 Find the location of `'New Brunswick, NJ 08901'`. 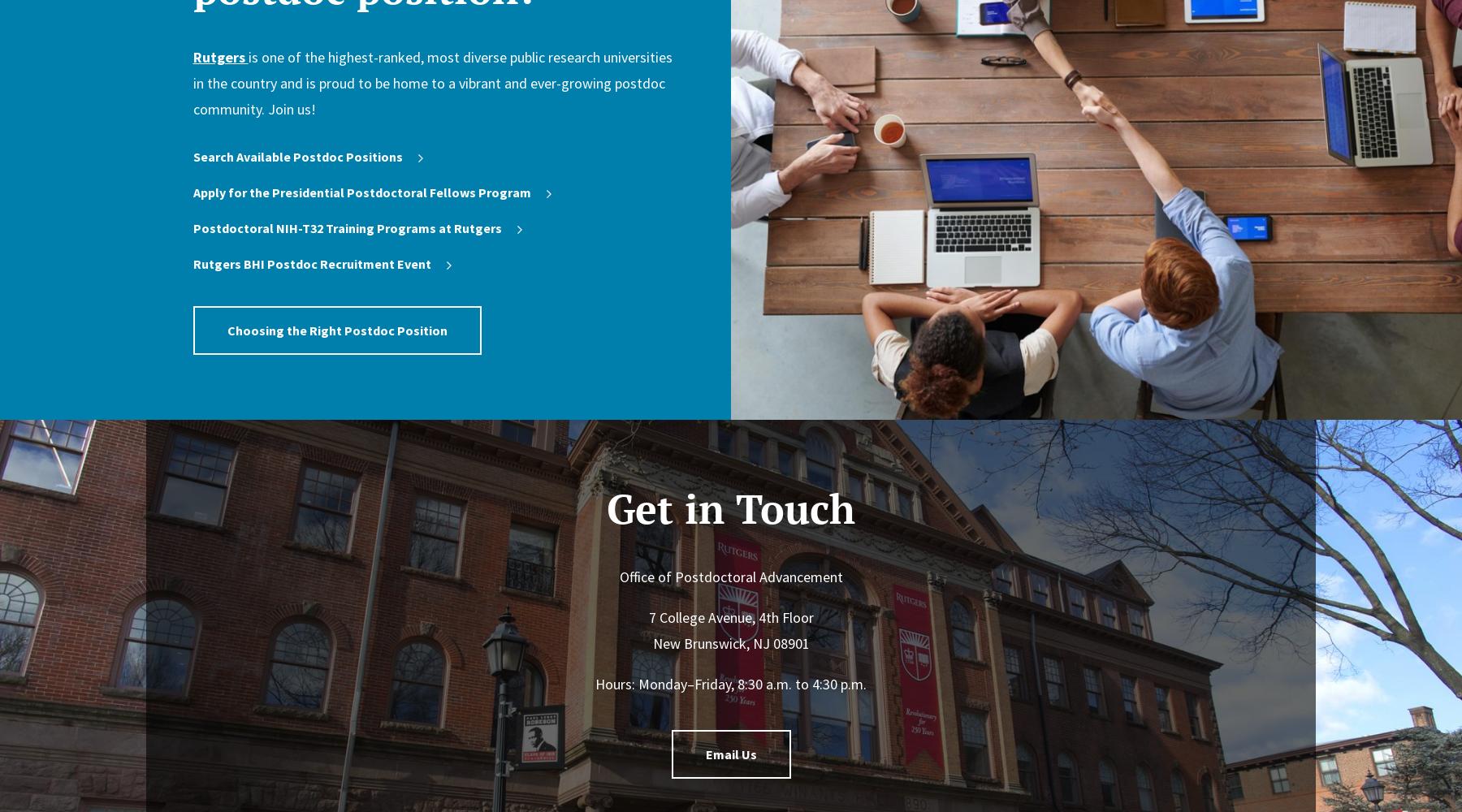

'New Brunswick, NJ 08901' is located at coordinates (730, 643).